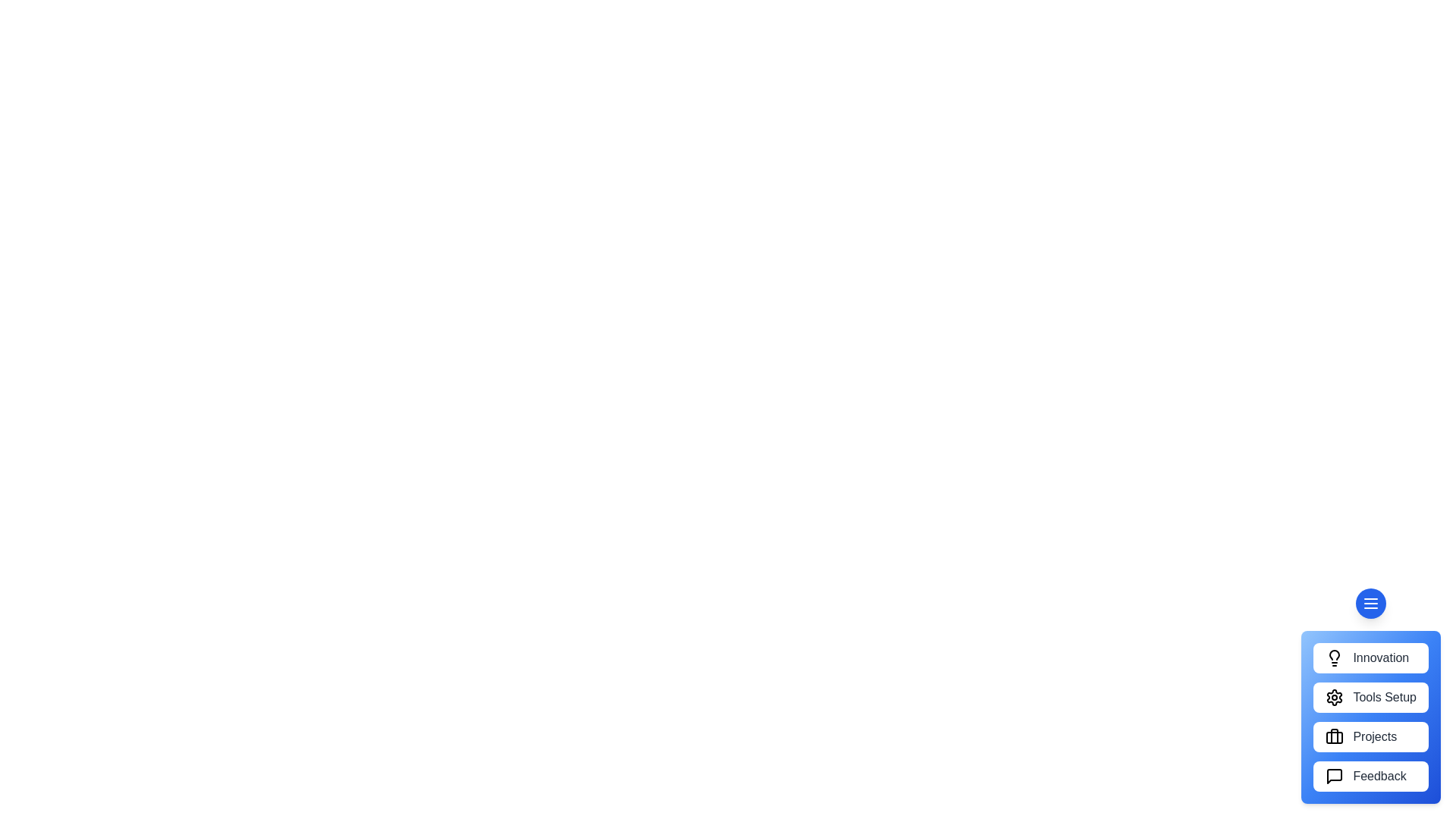 This screenshot has width=1456, height=819. I want to click on the 'Tools Setup' button, so click(1371, 698).